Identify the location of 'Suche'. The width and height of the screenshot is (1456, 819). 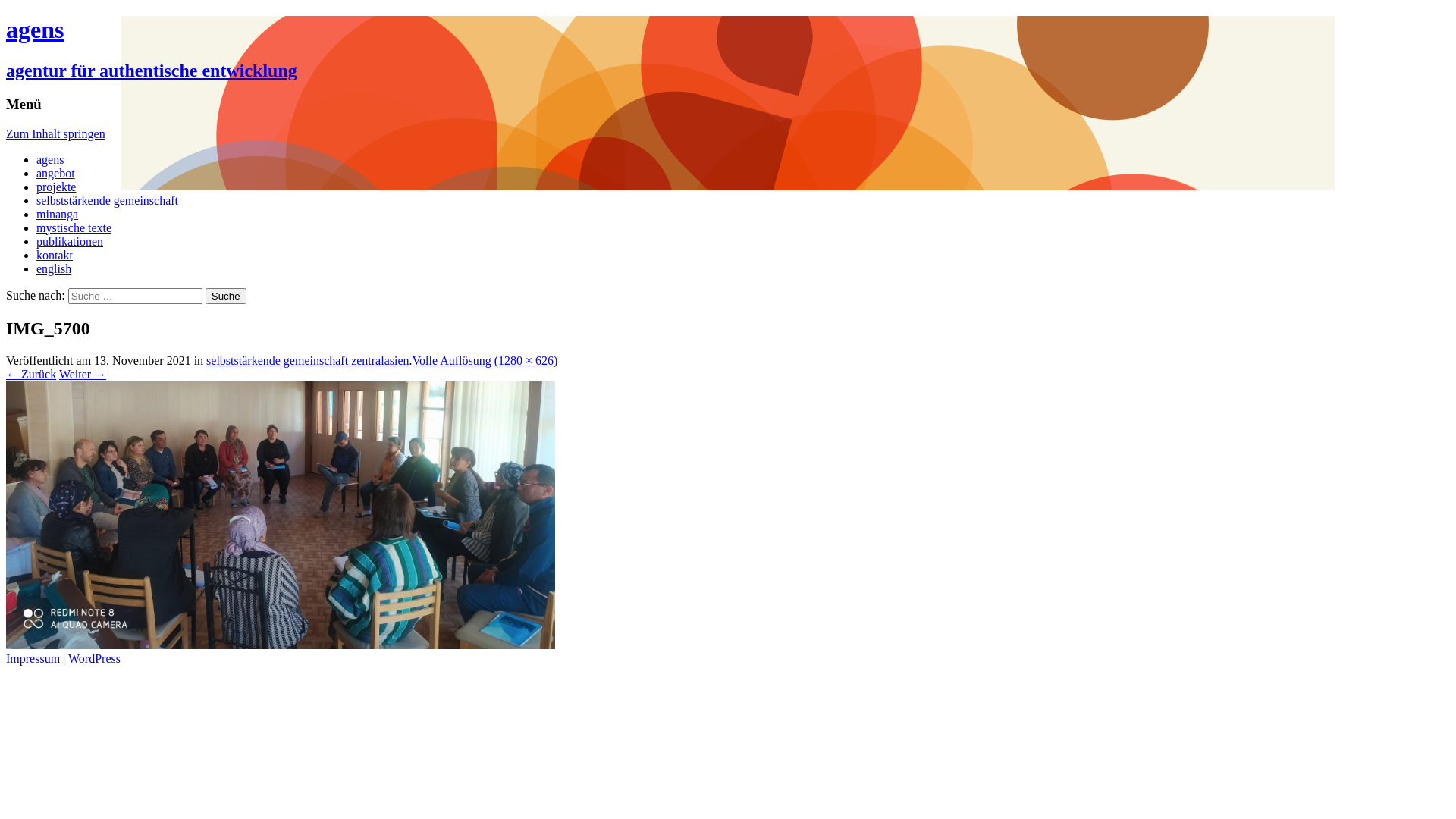
(224, 296).